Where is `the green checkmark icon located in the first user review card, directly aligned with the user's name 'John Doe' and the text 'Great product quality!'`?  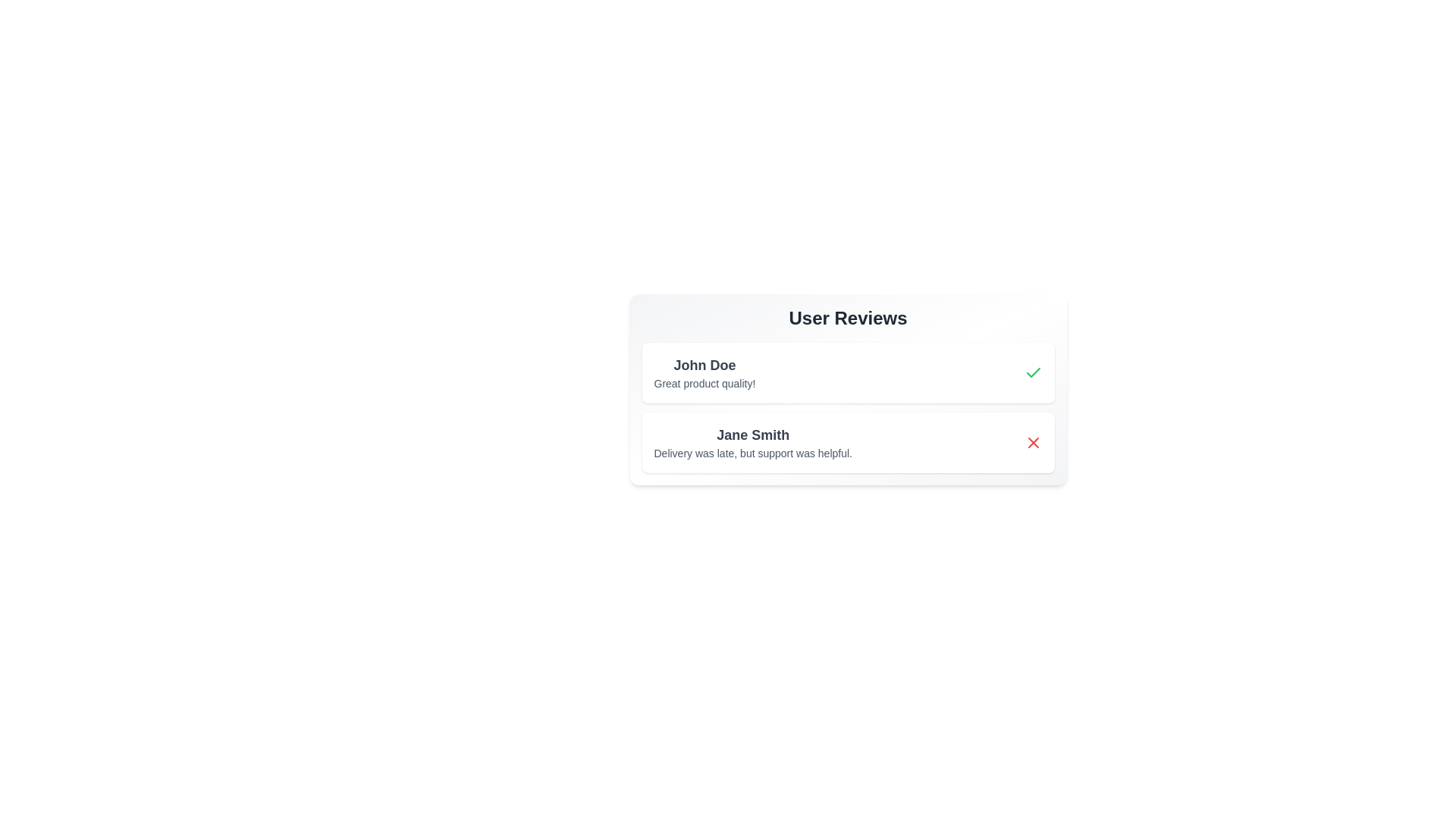
the green checkmark icon located in the first user review card, directly aligned with the user's name 'John Doe' and the text 'Great product quality!' is located at coordinates (1032, 373).